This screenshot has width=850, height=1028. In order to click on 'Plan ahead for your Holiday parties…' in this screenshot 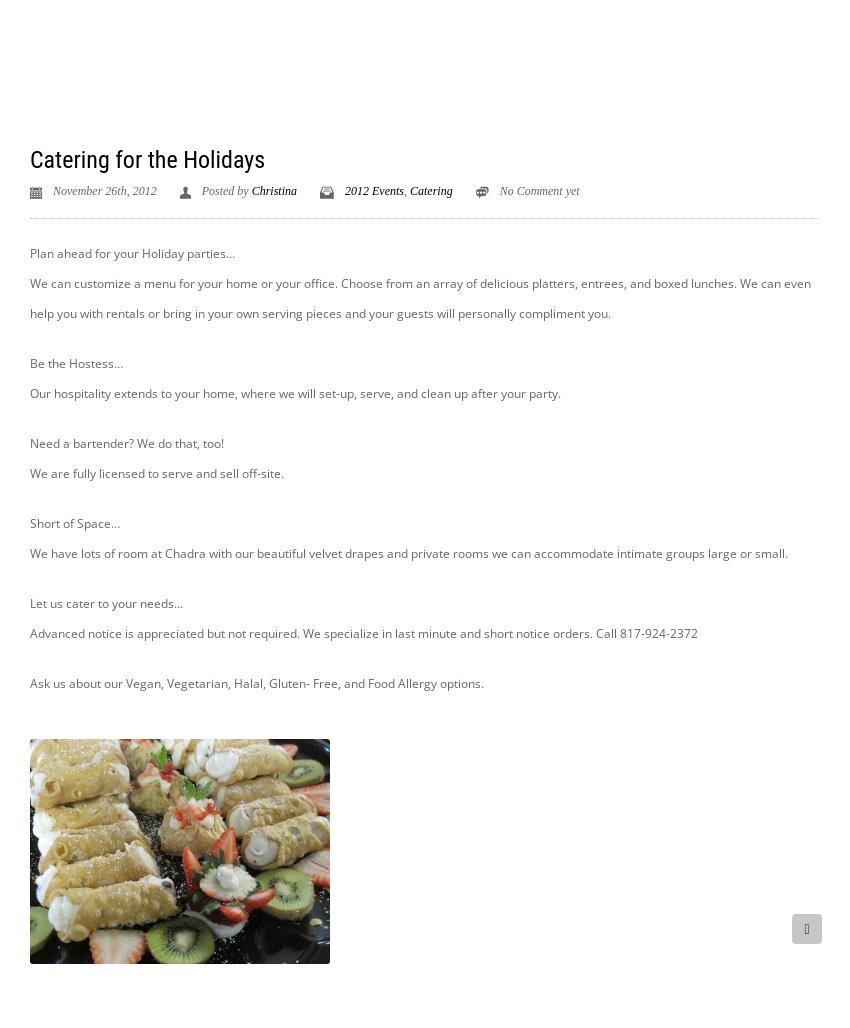, I will do `click(132, 251)`.